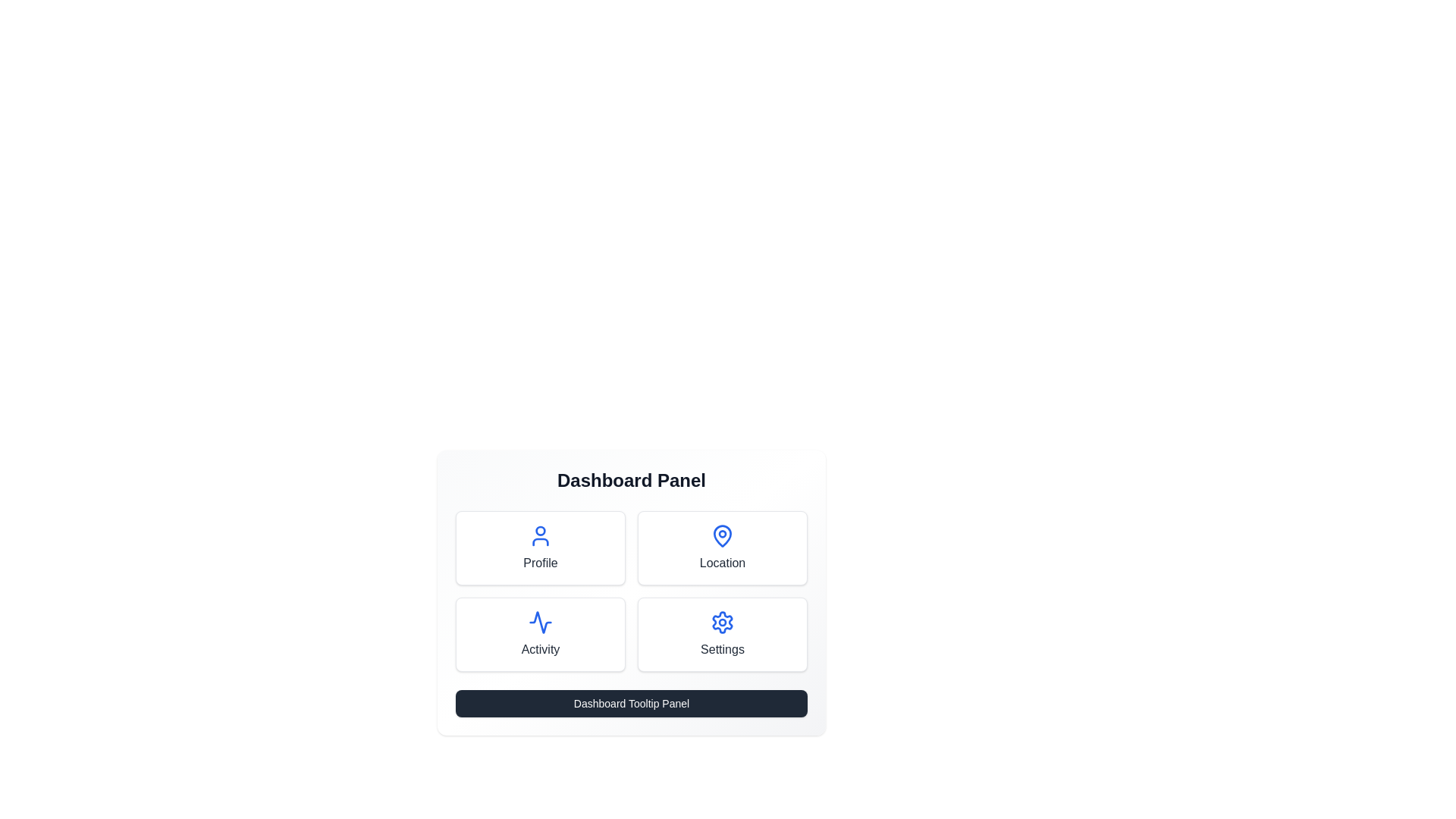  I want to click on the settings button located in the second row, second column of the grid layout, which is positioned to the right of the 'Activity' card and beneath the 'Location' card, so click(722, 635).